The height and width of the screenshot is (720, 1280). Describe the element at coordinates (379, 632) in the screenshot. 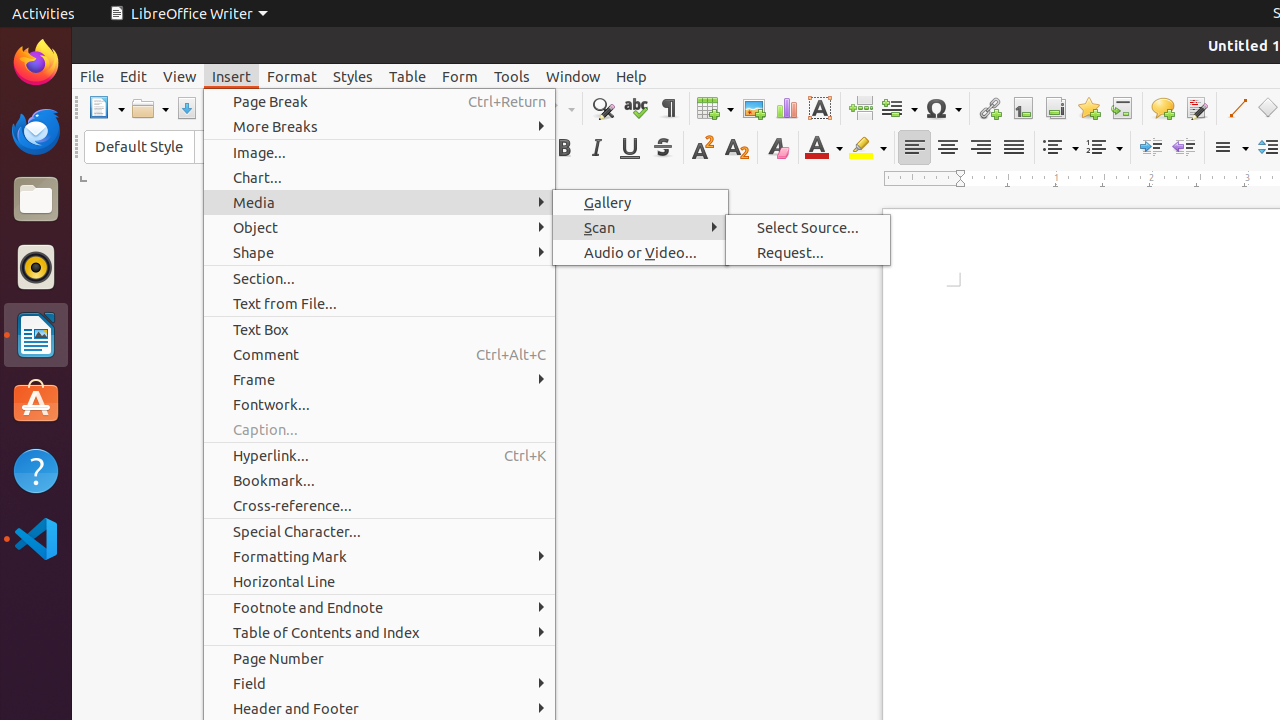

I see `'Table of Contents and Index'` at that location.